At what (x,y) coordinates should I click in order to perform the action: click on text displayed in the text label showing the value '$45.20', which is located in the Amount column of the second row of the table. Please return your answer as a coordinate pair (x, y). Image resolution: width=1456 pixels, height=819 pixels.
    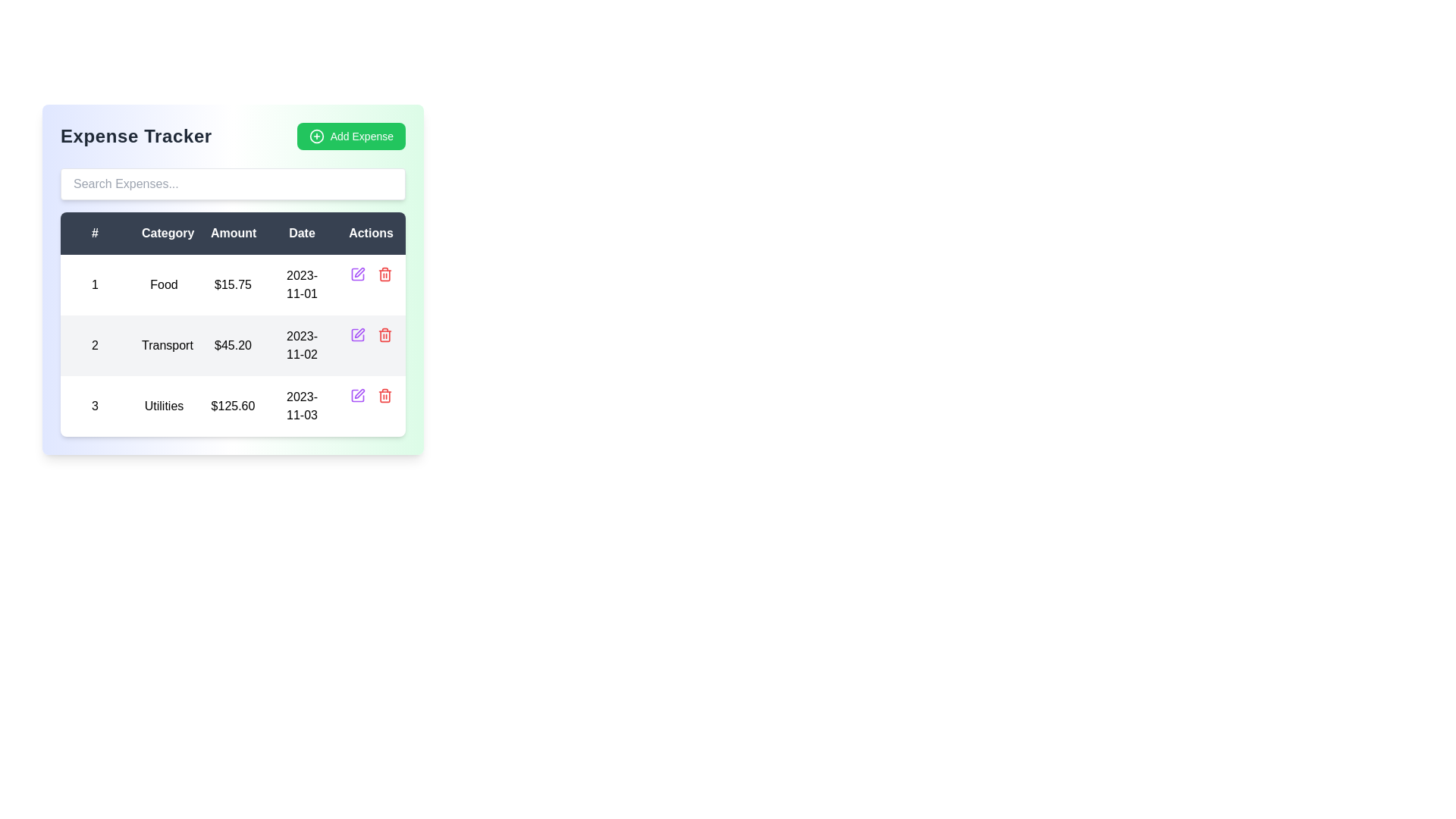
    Looking at the image, I should click on (232, 345).